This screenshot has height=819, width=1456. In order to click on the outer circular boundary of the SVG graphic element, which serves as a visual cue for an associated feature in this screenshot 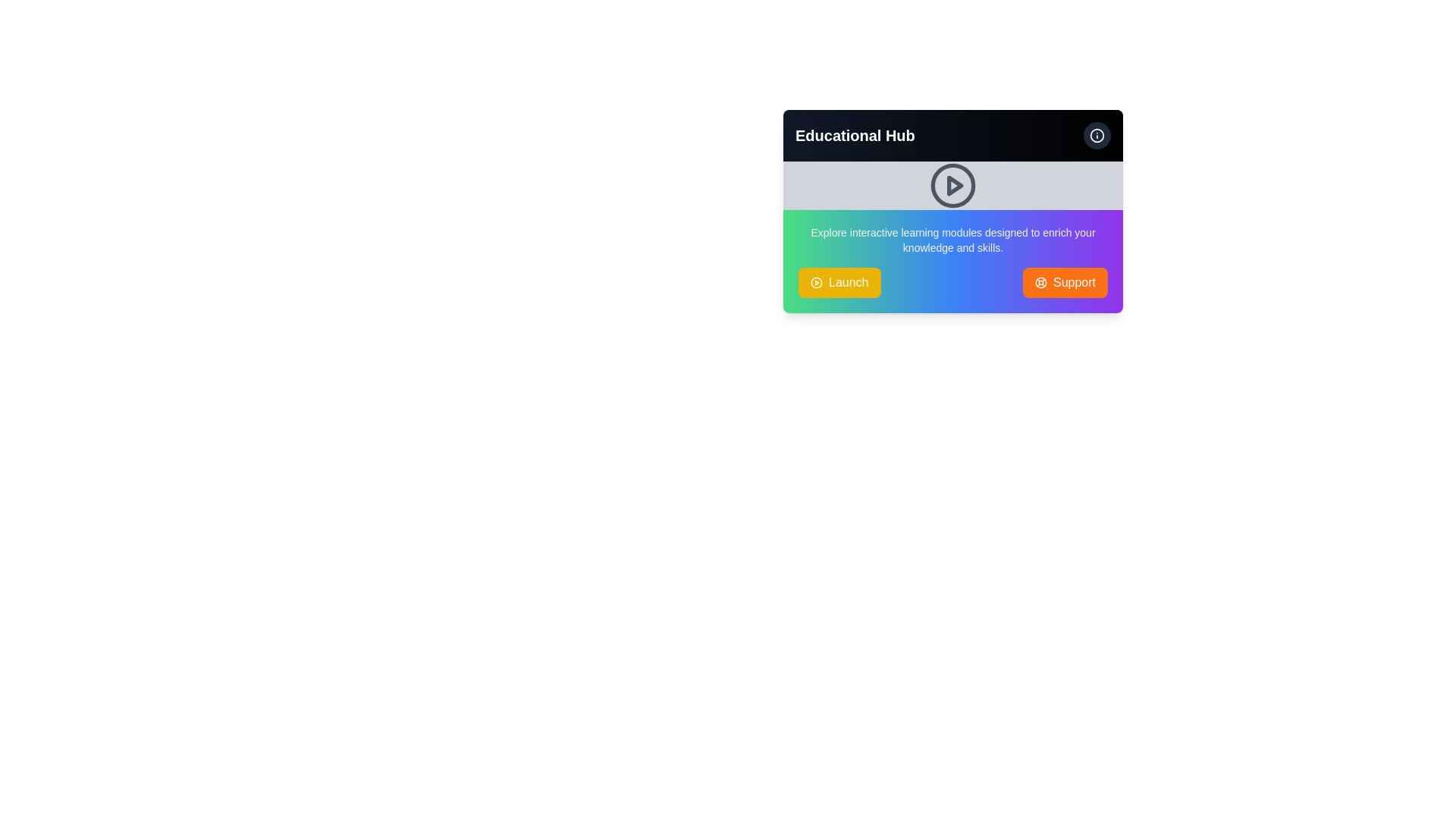, I will do `click(1040, 283)`.